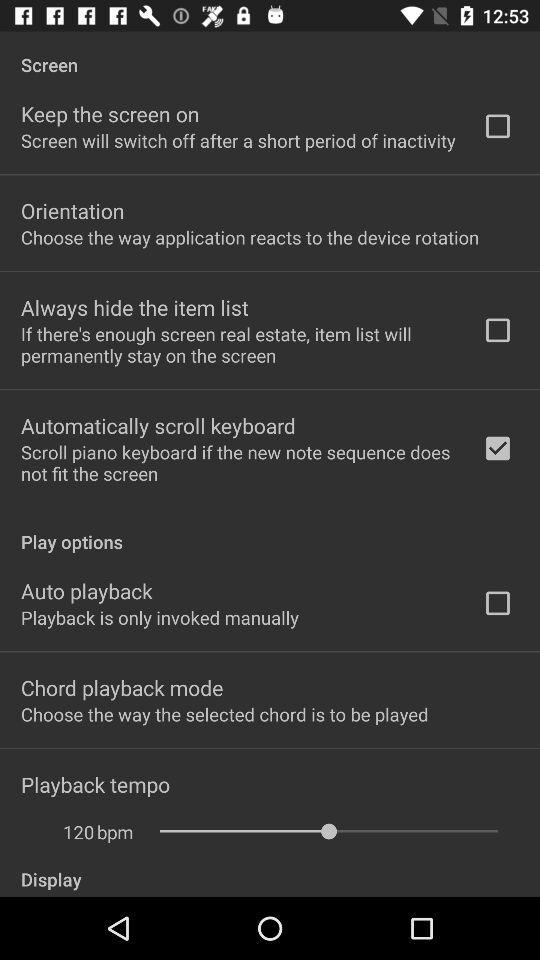 The height and width of the screenshot is (960, 540). I want to click on the item below the choose the way item, so click(134, 307).